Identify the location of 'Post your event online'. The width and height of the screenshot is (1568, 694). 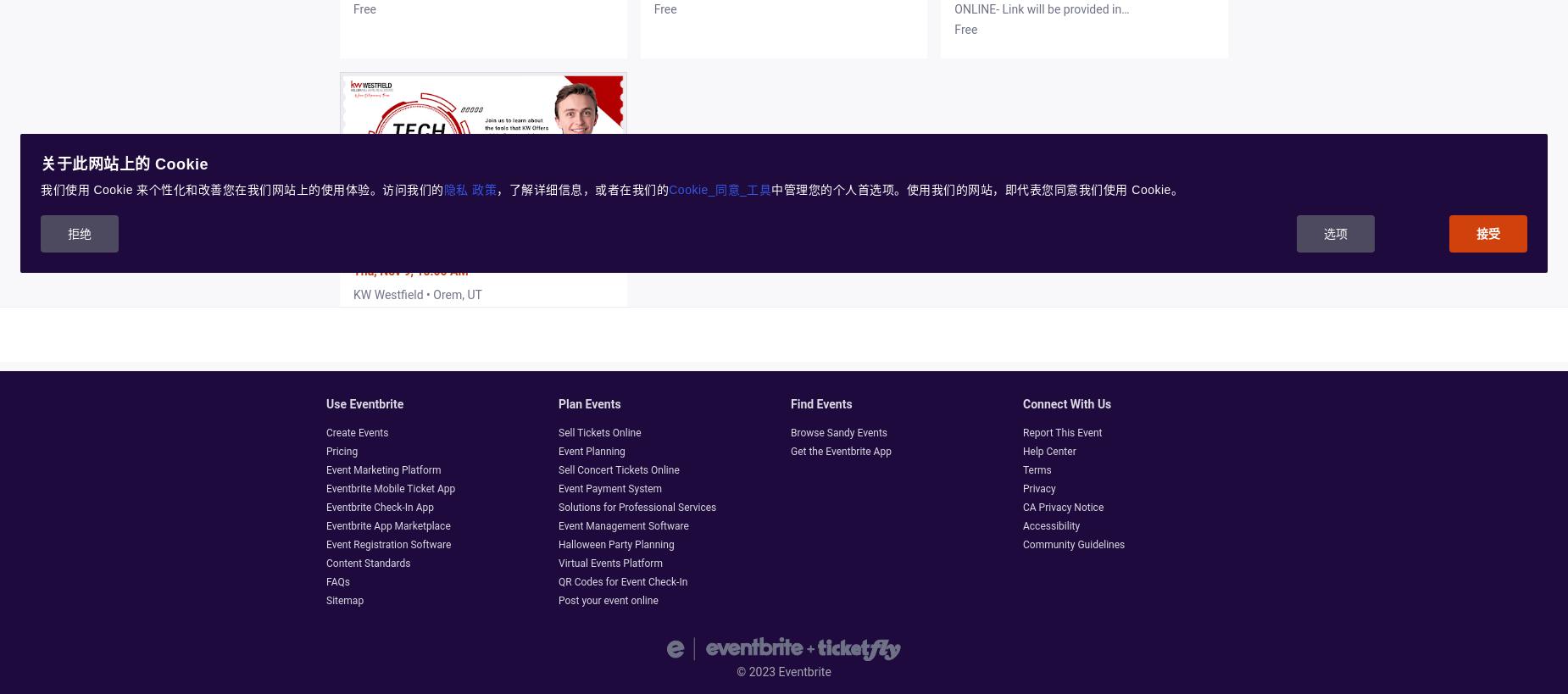
(608, 600).